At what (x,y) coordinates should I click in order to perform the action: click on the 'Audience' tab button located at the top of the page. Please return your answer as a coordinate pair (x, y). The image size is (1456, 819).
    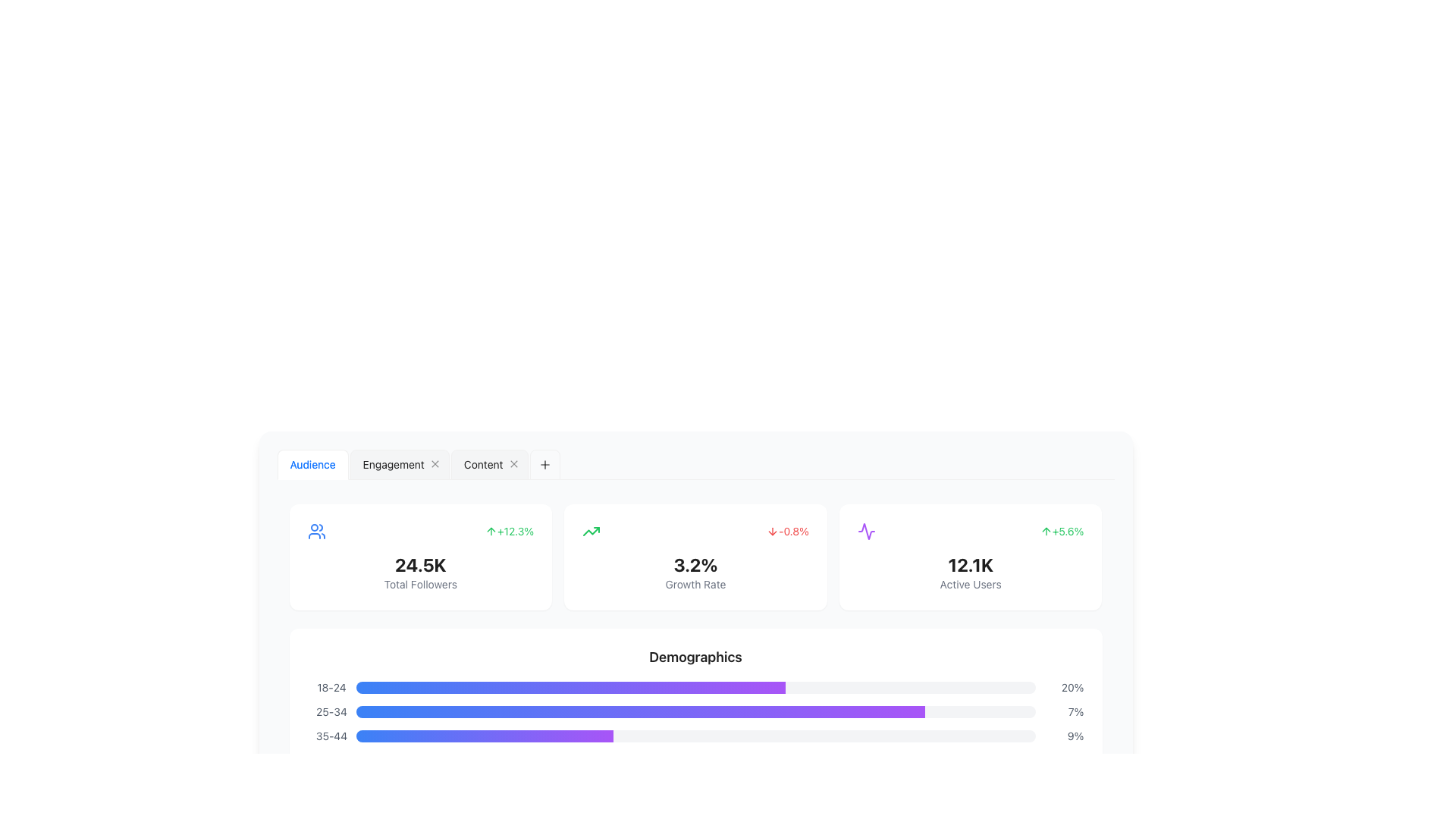
    Looking at the image, I should click on (312, 464).